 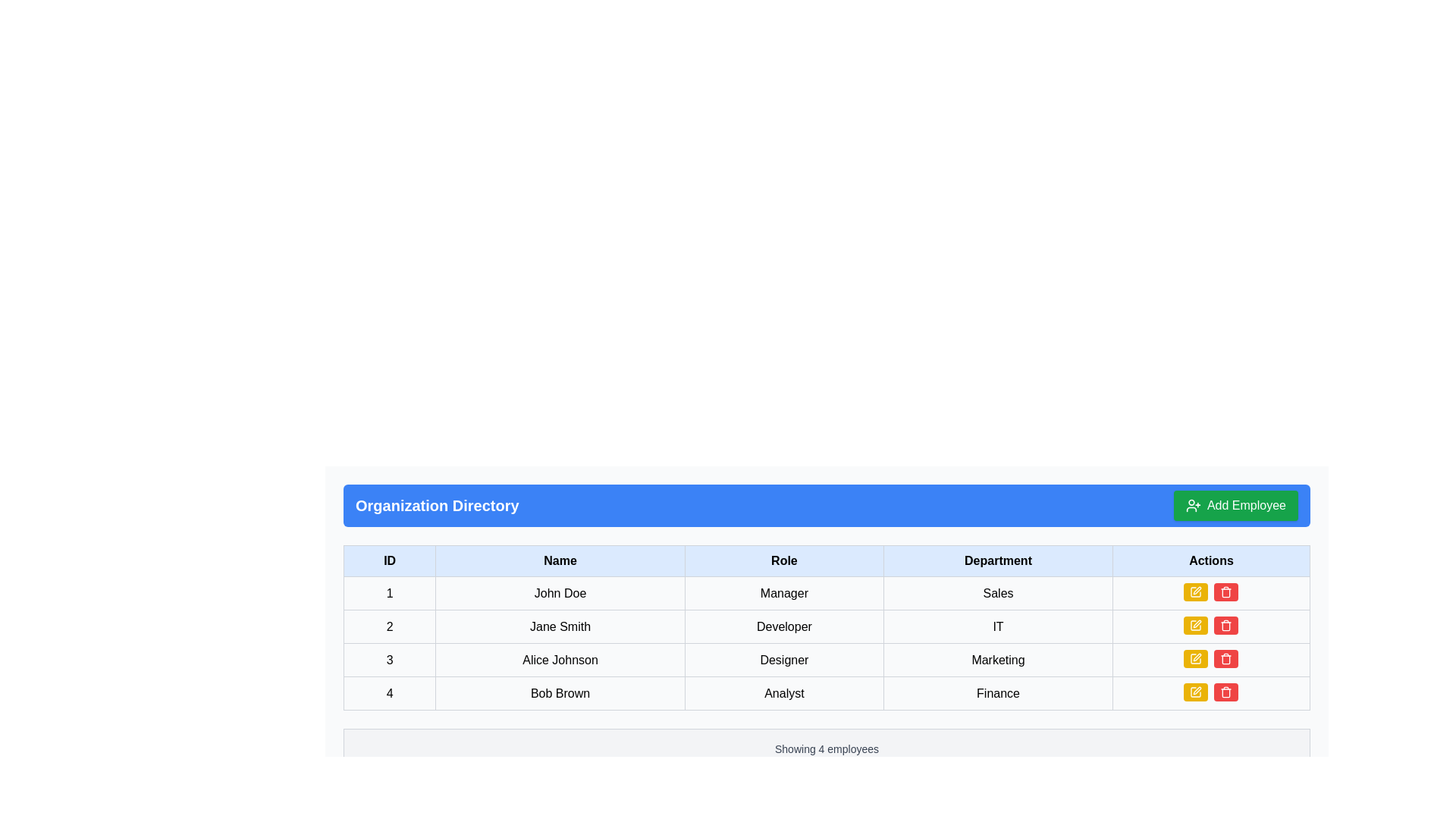 What do you see at coordinates (1195, 626) in the screenshot?
I see `the 'Edit' button located in the 'Actions' column of the second row for user 'Jane Smith' to initiate the edit action` at bounding box center [1195, 626].